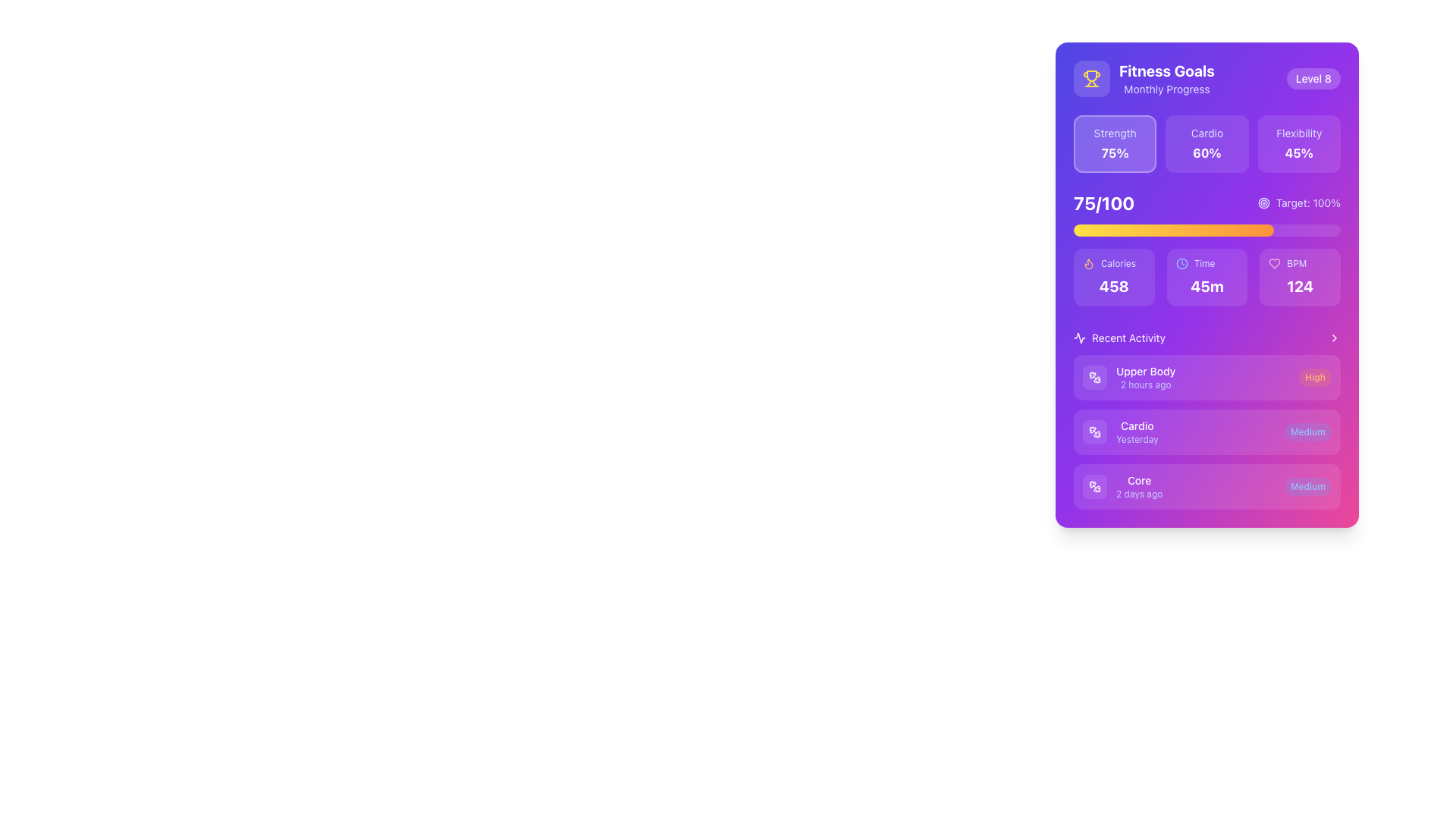  Describe the element at coordinates (1166, 89) in the screenshot. I see `the 'Monthly Progress' text label, which is styled in light indigo and located below the 'Fitness Goals' title` at that location.